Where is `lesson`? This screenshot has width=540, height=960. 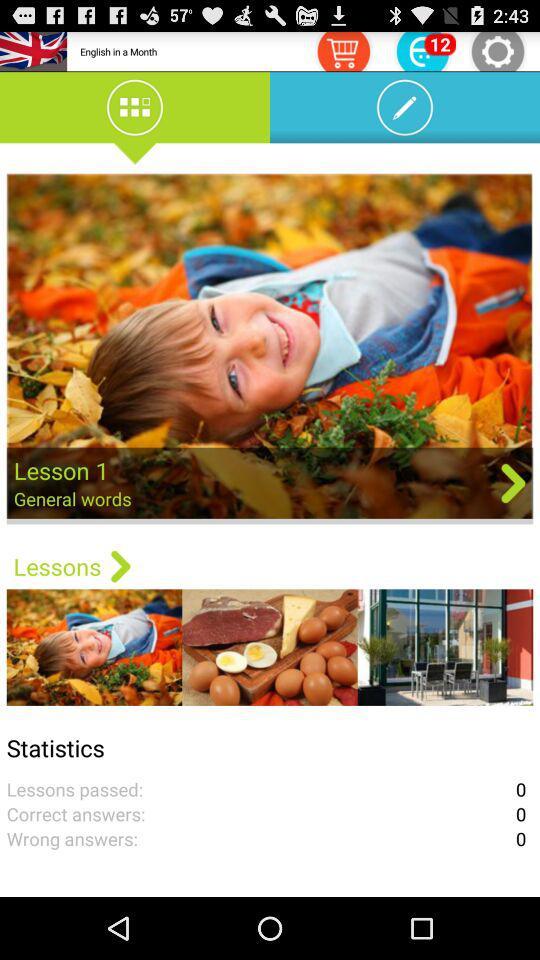 lesson is located at coordinates (270, 348).